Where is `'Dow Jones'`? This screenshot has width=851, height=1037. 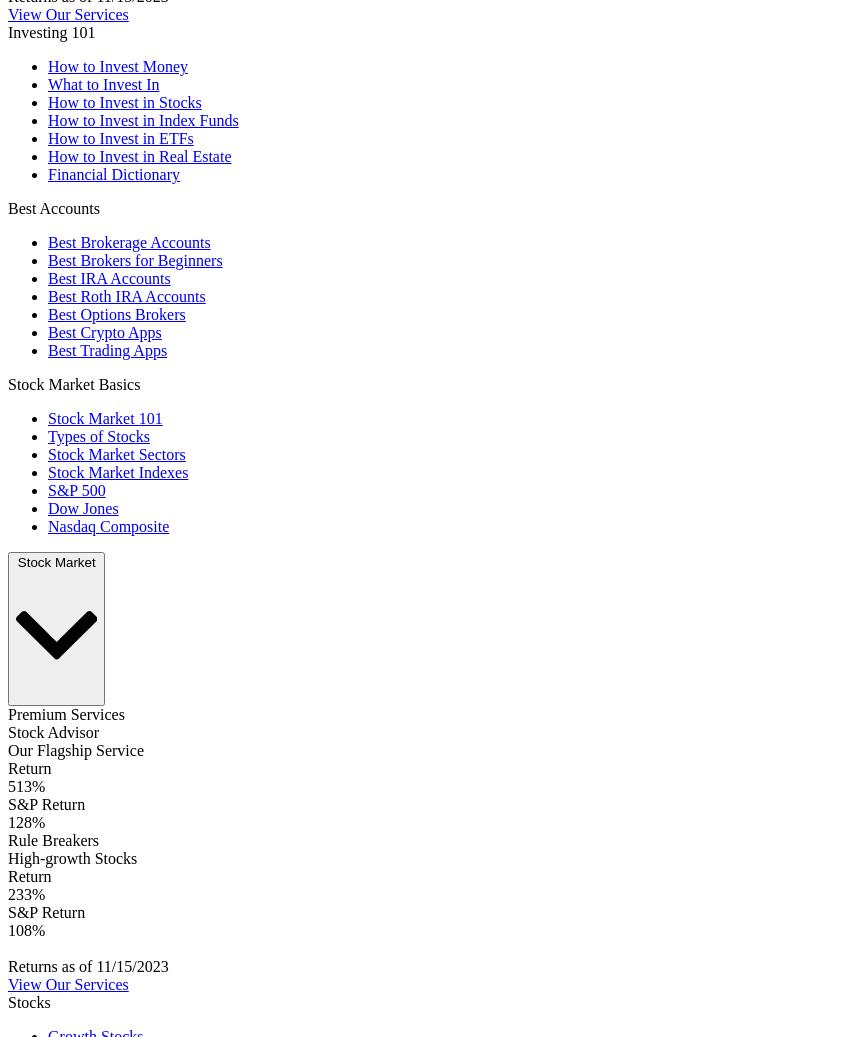
'Dow Jones' is located at coordinates (81, 507).